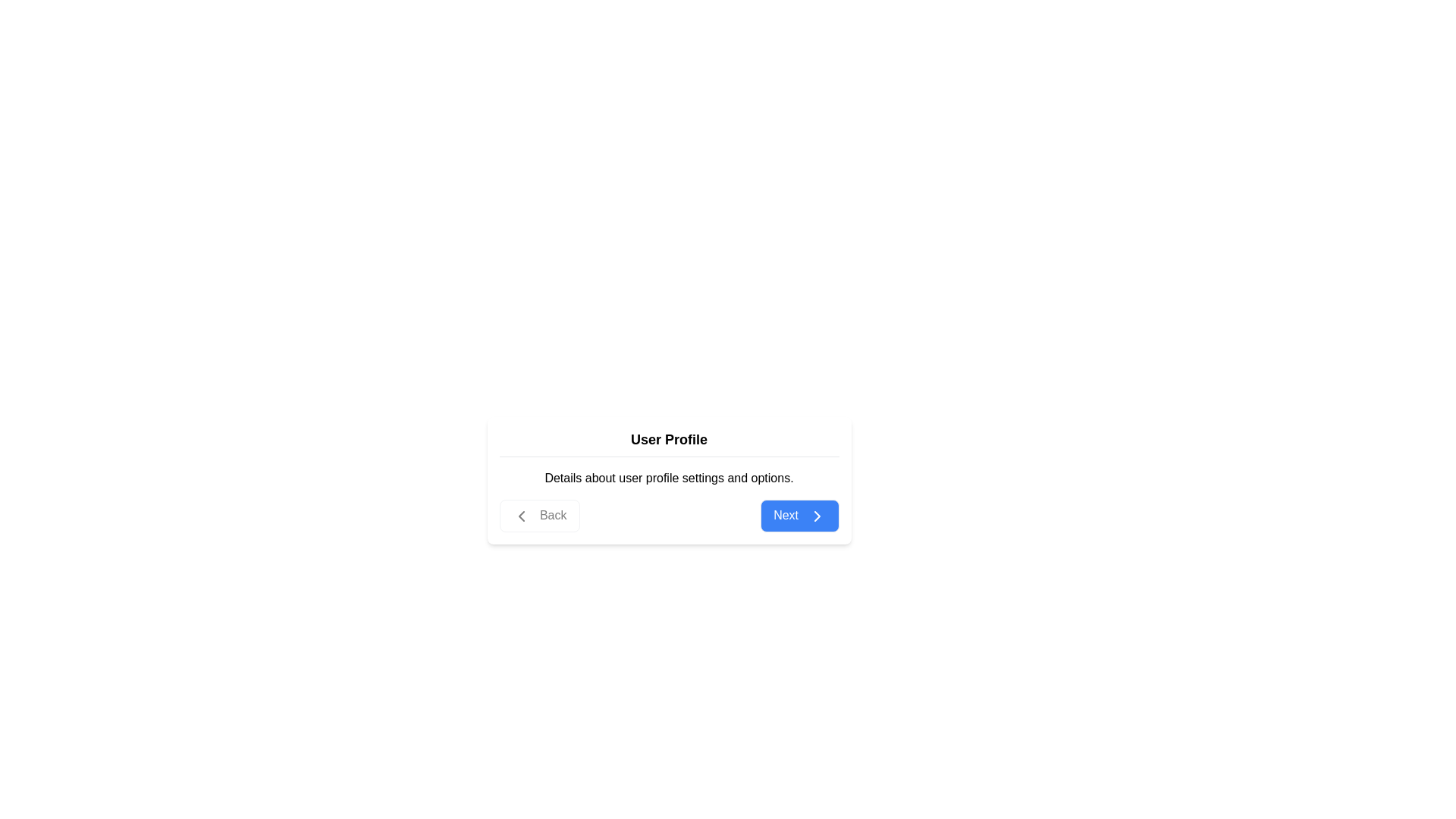 This screenshot has width=1456, height=819. Describe the element at coordinates (521, 515) in the screenshot. I see `the left-pointing chevron icon styled as an SVG graphic within the 'Back' button` at that location.